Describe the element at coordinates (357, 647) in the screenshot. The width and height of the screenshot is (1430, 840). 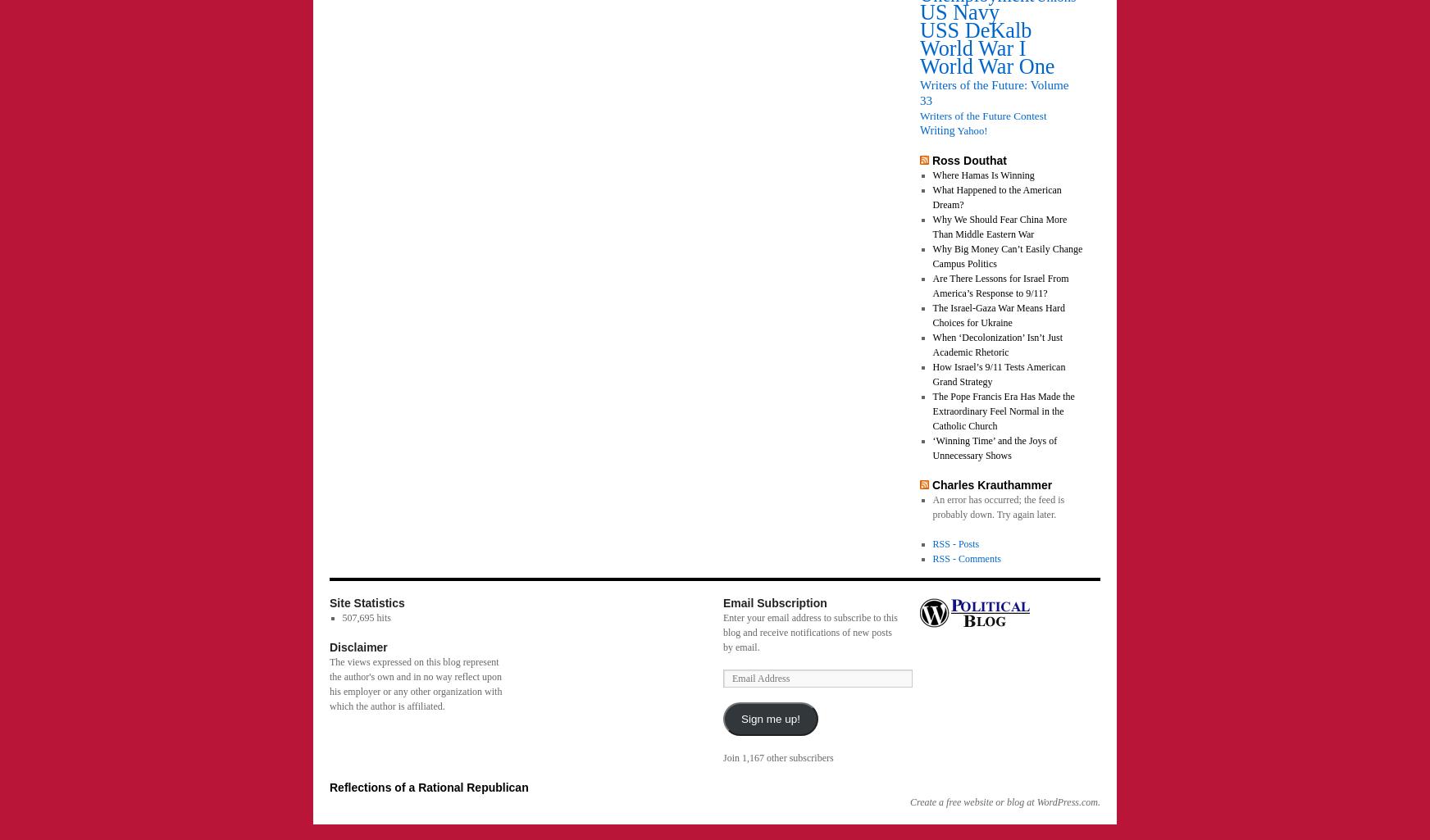
I see `'Disclaimer'` at that location.